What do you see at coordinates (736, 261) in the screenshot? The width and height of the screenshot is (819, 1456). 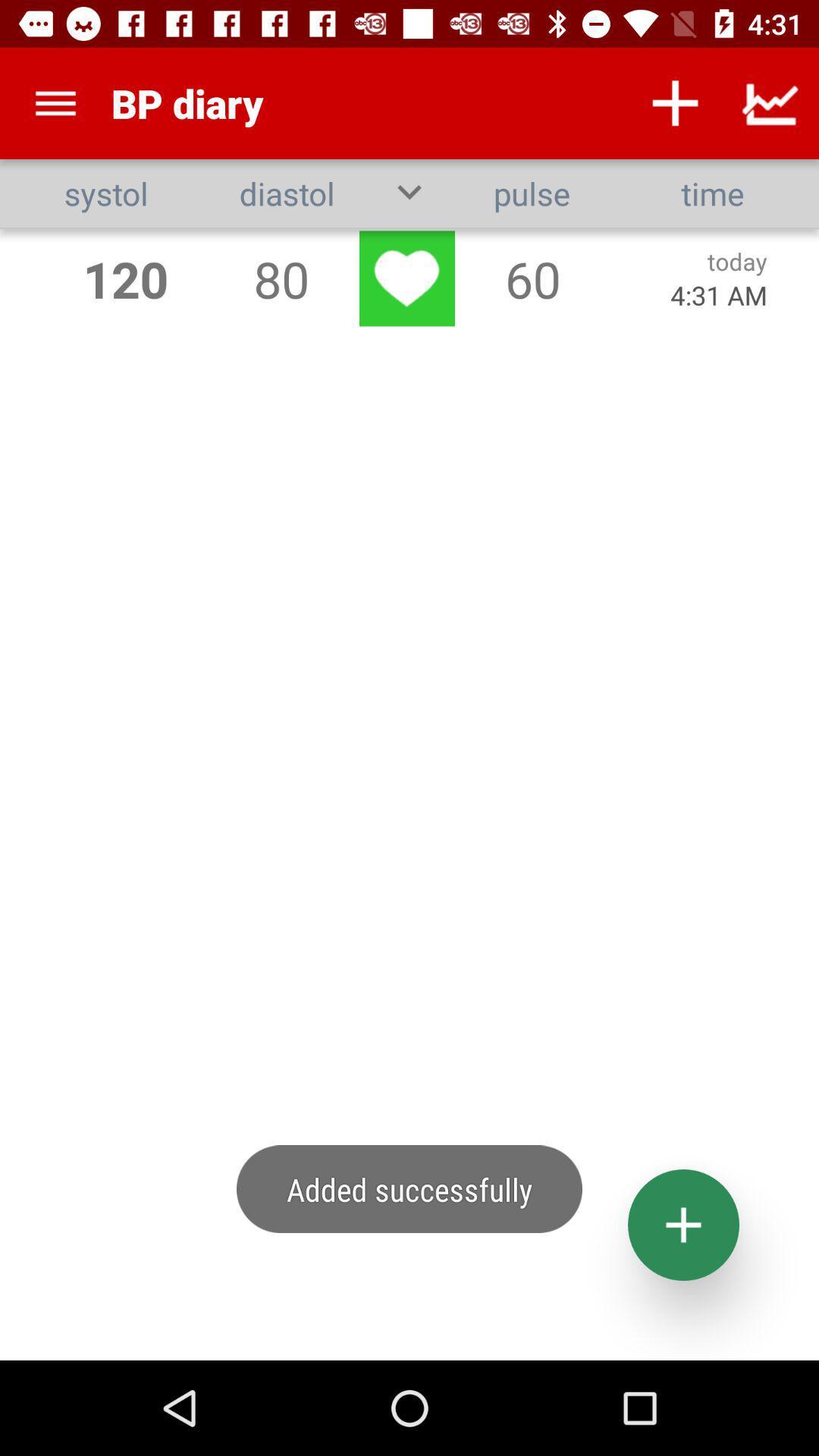 I see `item above 4:31 am` at bounding box center [736, 261].